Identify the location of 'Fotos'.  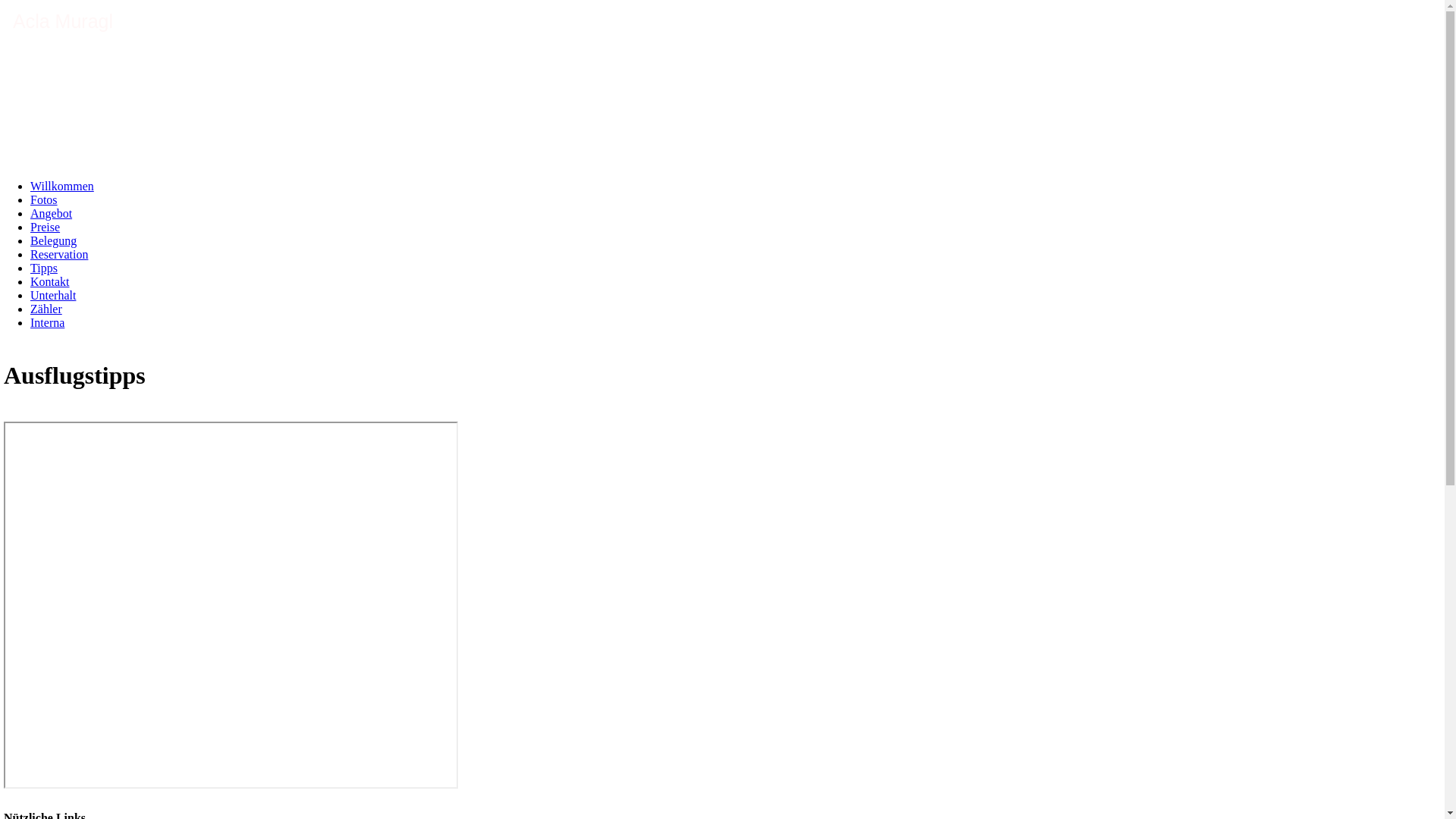
(43, 199).